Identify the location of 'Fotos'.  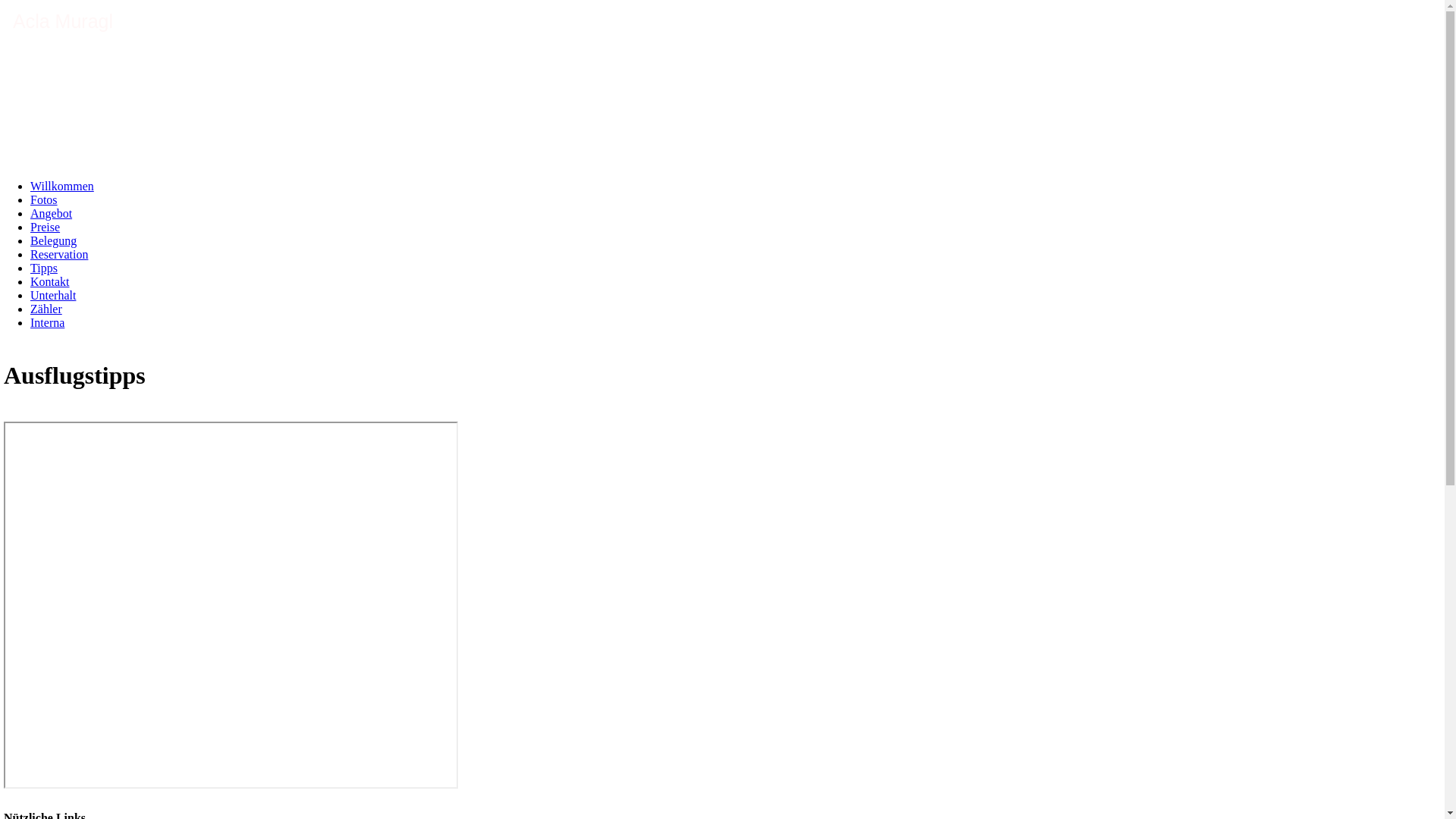
(43, 199).